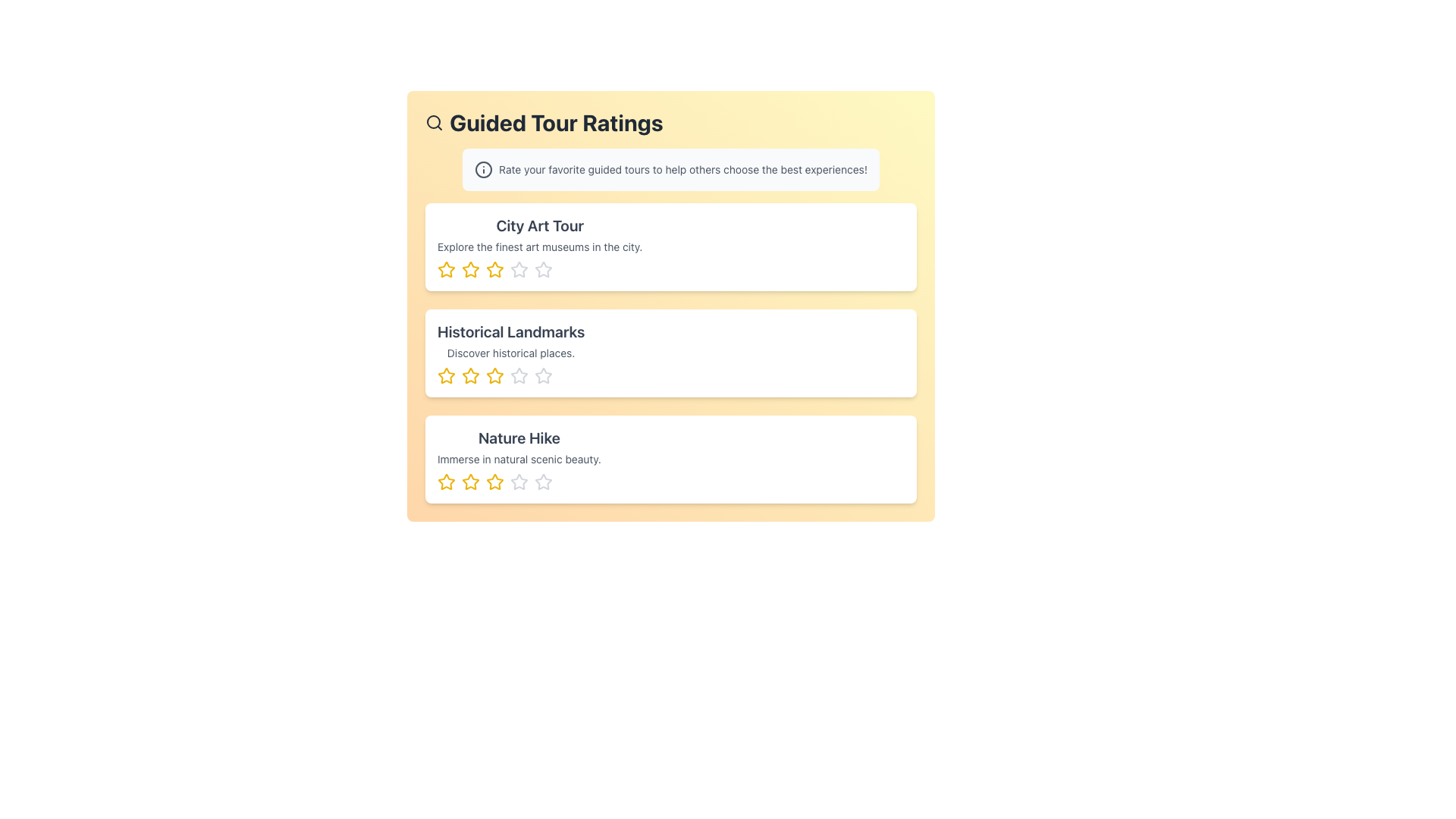  Describe the element at coordinates (483, 169) in the screenshot. I see `the circular element within the information icon located beneath the title 'Guided Tour Ratings'` at that location.